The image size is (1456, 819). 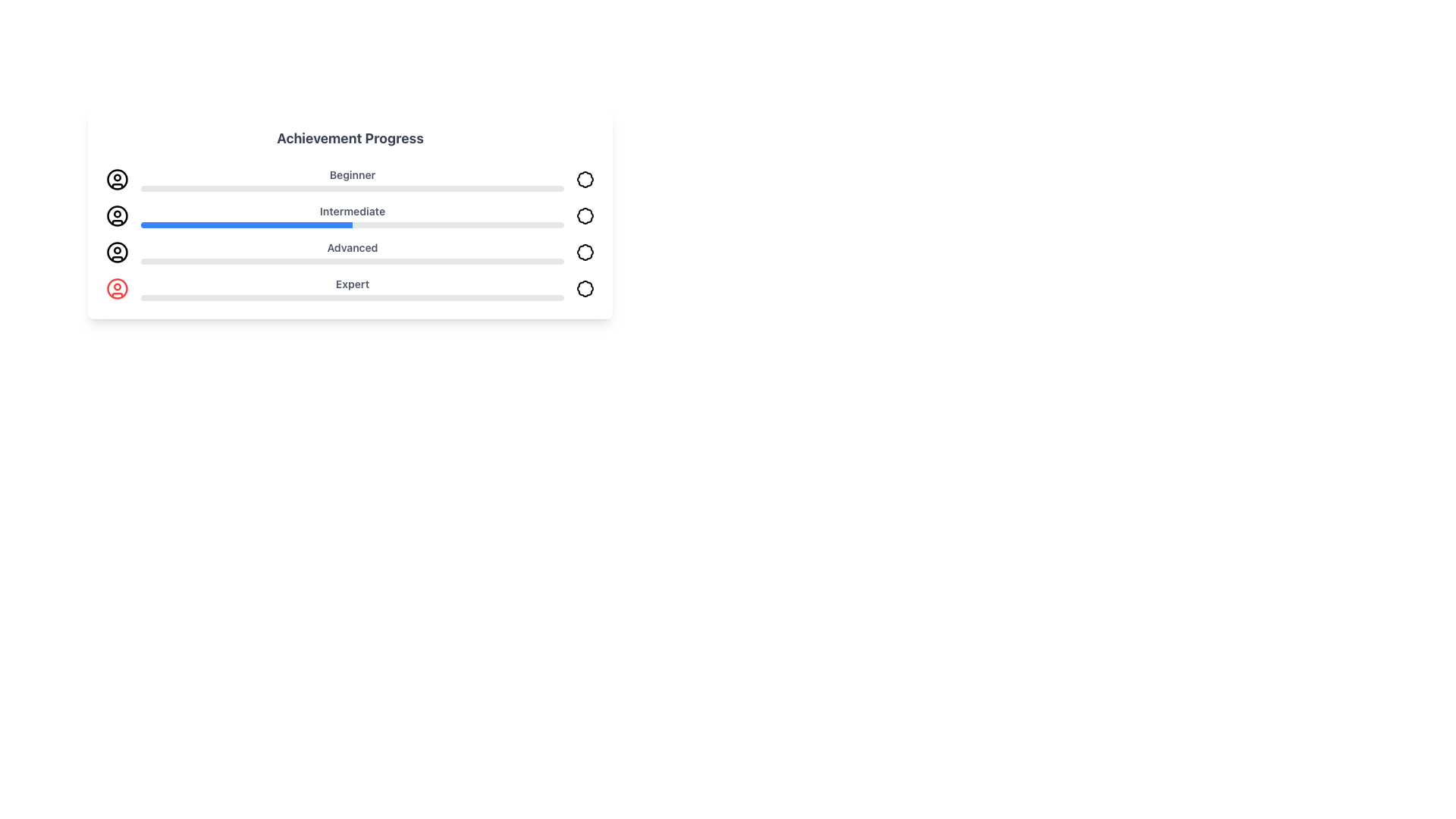 I want to click on the Icon or Badge that indicates progress or achievement, located in the horizontal list to the right of the 'Advanced' row, which is below 'Intermediate' and above 'Expert.', so click(x=585, y=251).